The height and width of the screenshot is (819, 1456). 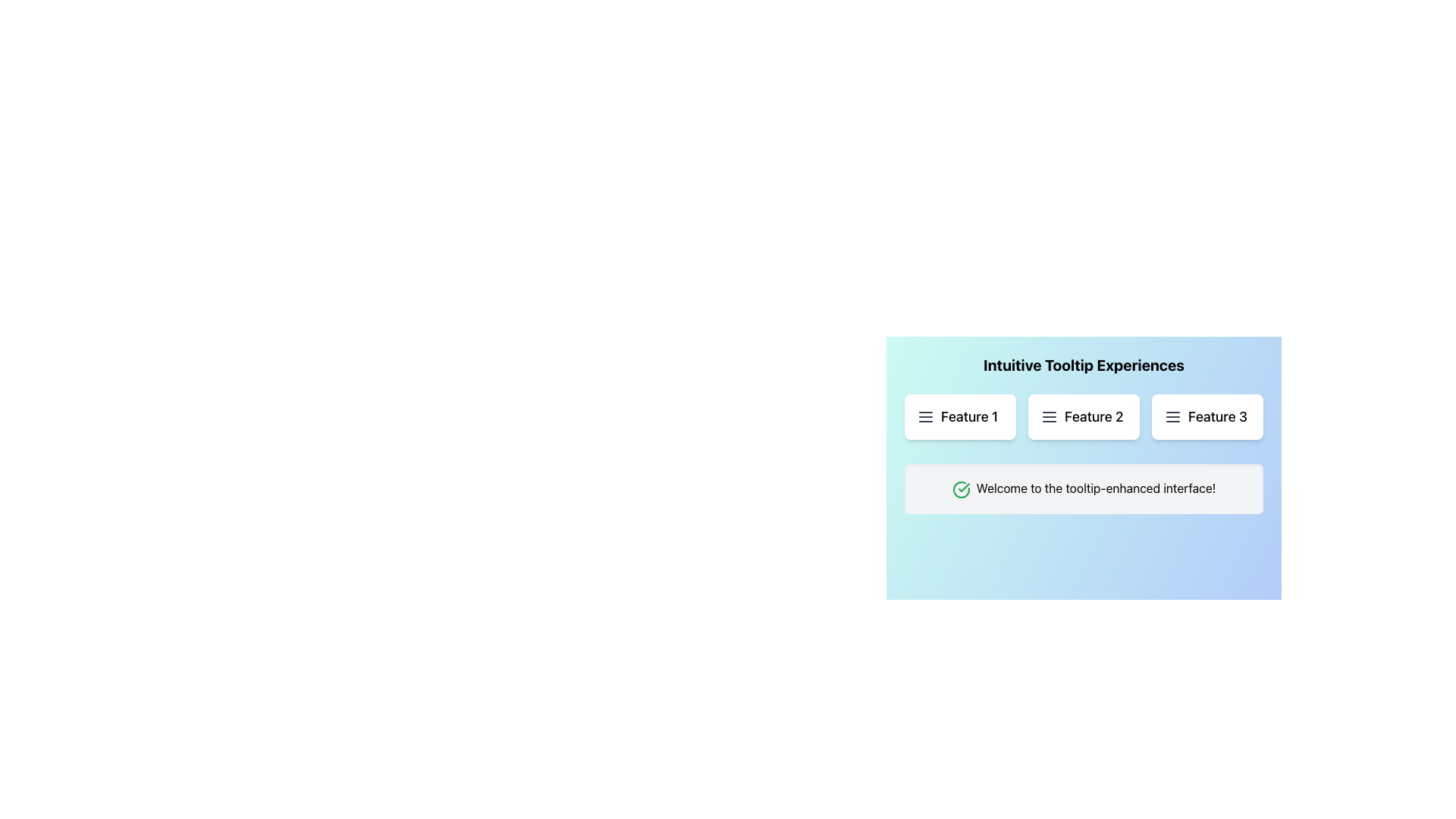 What do you see at coordinates (924, 417) in the screenshot?
I see `the menu icon represented by three horizontal lines, styled in gray, located to the left of the text 'Feature 1'` at bounding box center [924, 417].